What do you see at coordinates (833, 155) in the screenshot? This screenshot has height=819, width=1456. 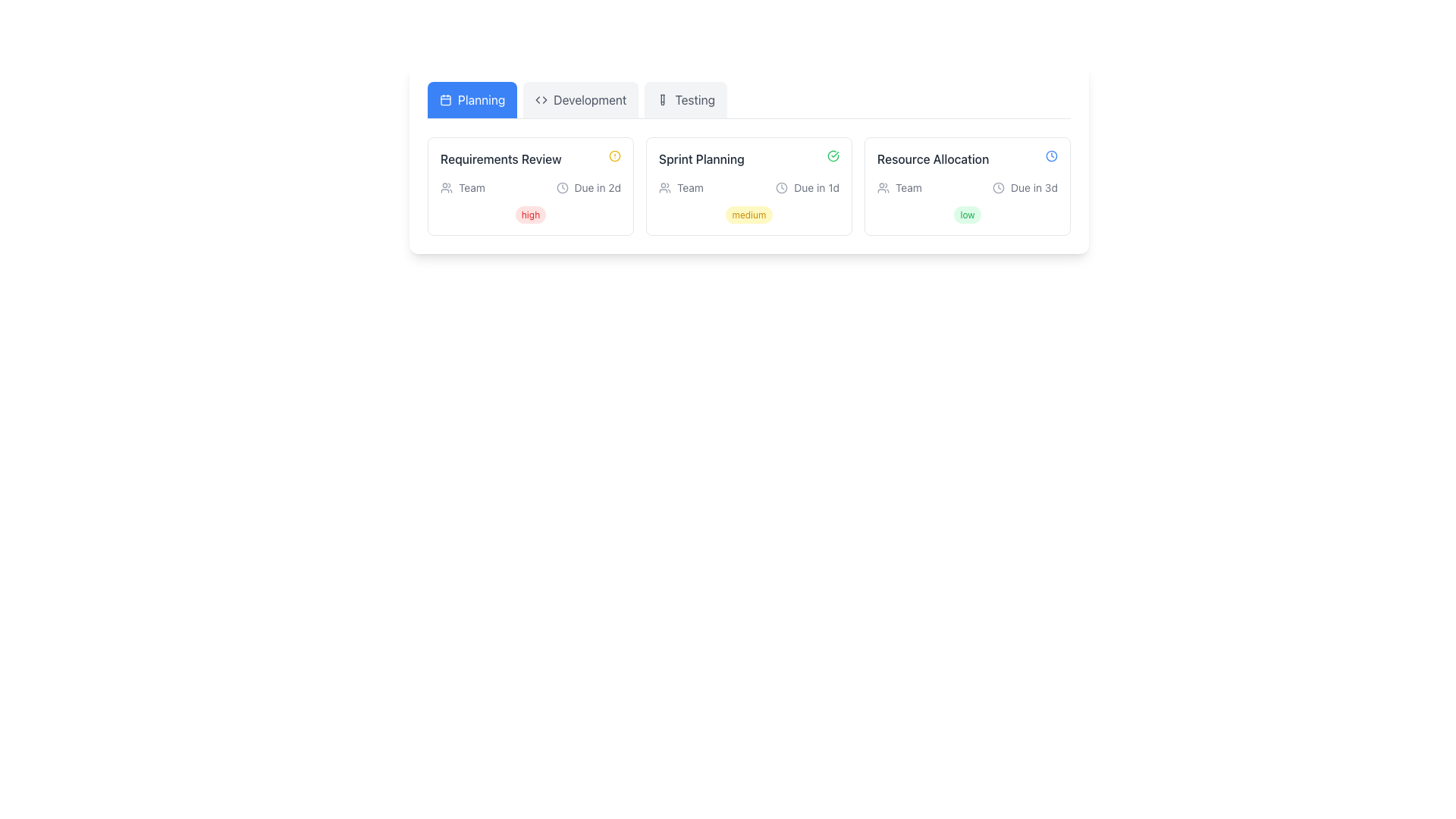 I see `the completion icon associated with the 'Sprint Planning' section to visually indicate its status as completed or confirmed` at bounding box center [833, 155].